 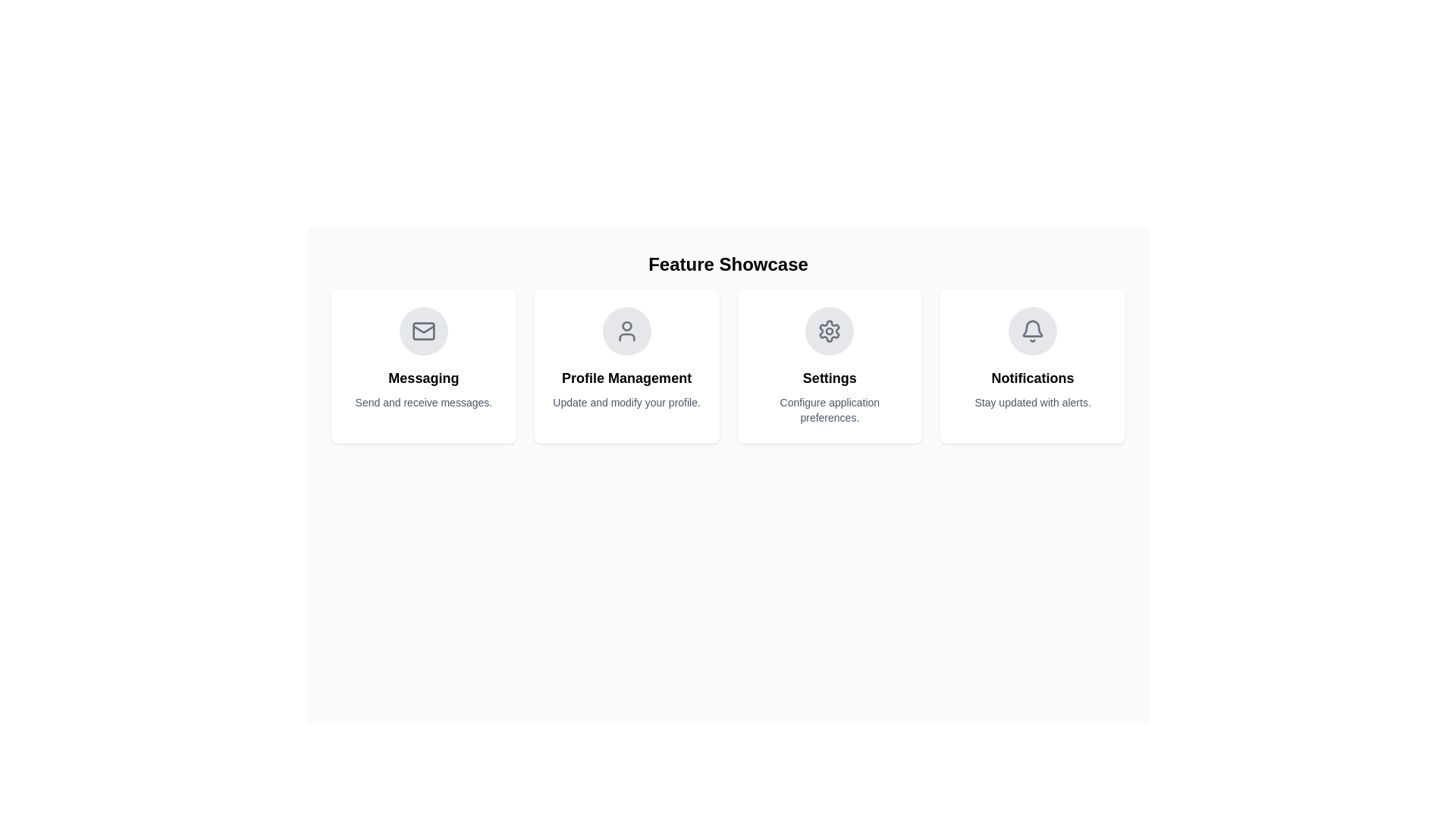 I want to click on descriptive text located directly below the bold 'Notifications' text within the fourth card from the left, so click(x=1032, y=402).